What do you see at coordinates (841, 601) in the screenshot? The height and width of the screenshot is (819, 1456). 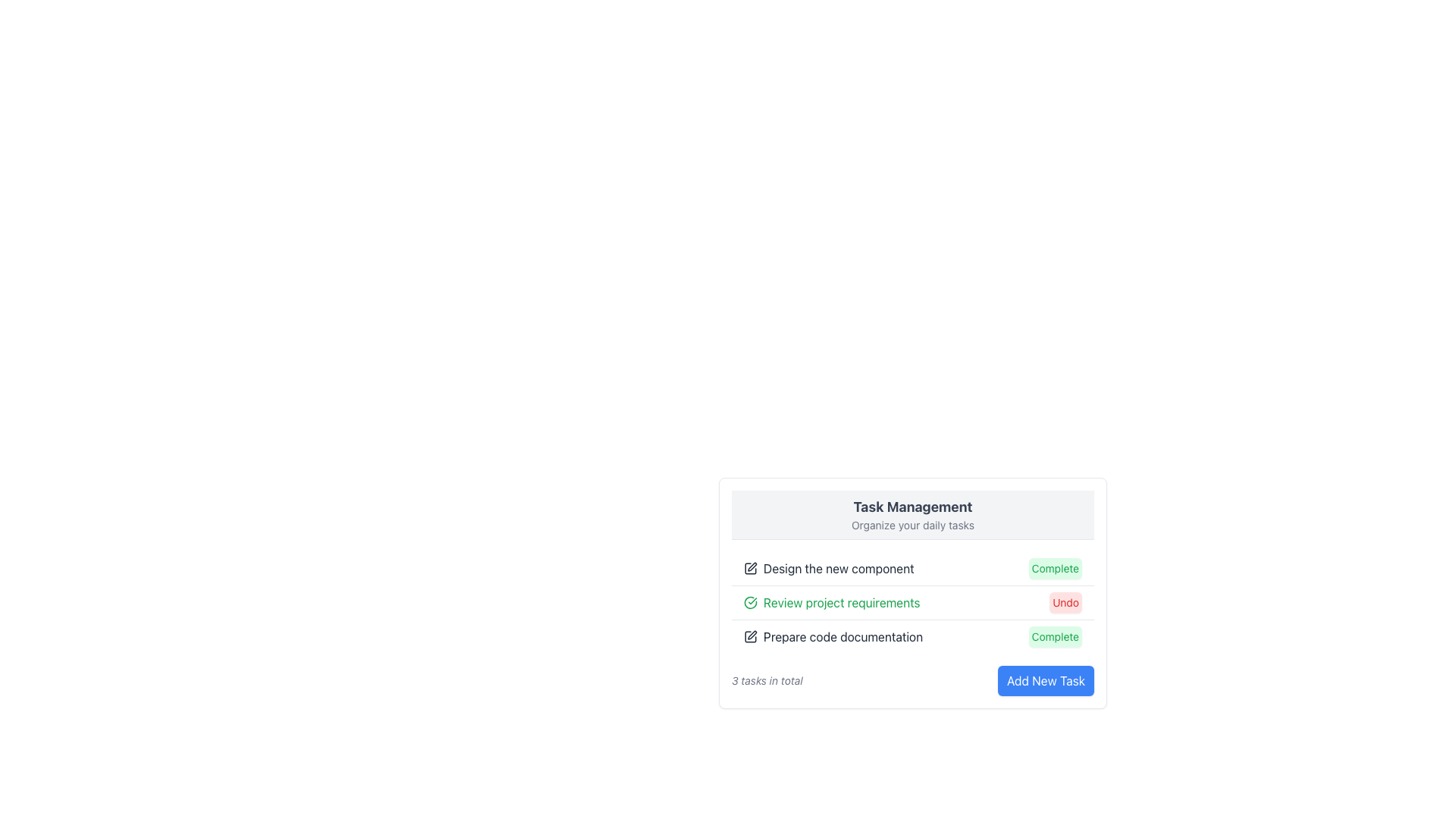 I see `the static text label indicating the nature of the task within the task management system, located in the second row of the task list, following 'Design the new component'` at bounding box center [841, 601].